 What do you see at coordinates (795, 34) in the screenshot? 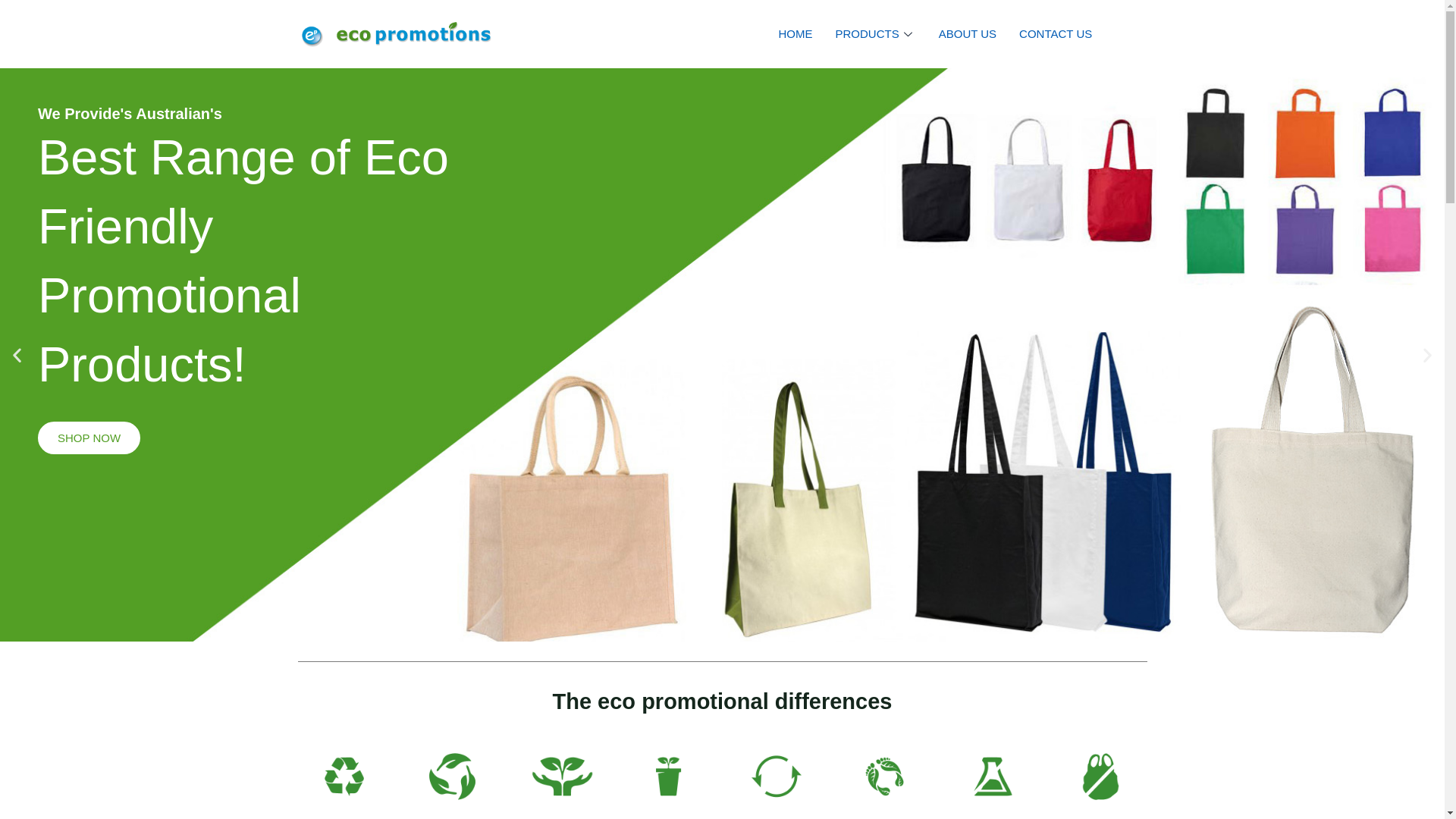
I see `'HOME'` at bounding box center [795, 34].